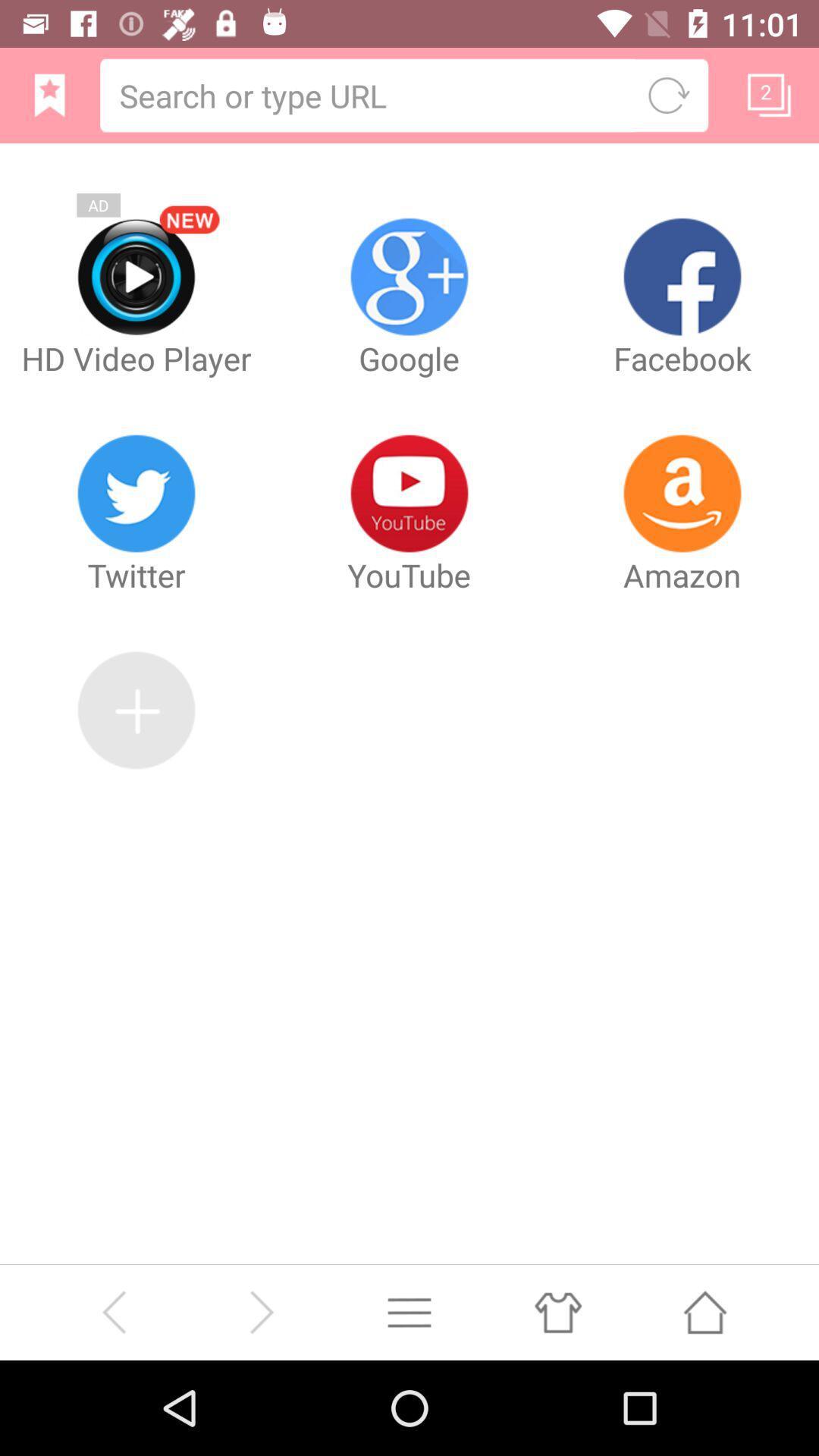  What do you see at coordinates (769, 94) in the screenshot?
I see `page` at bounding box center [769, 94].